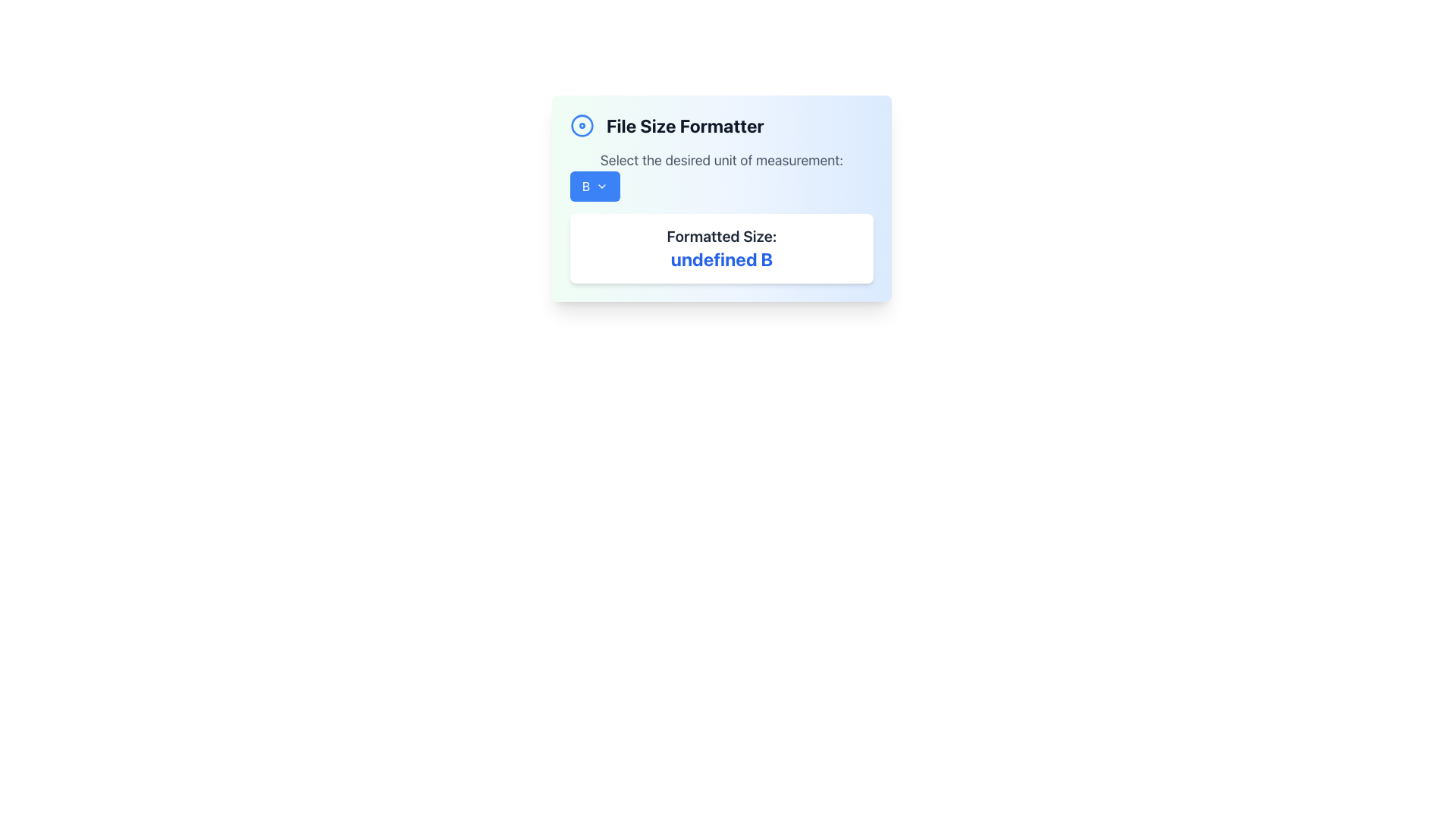 This screenshot has height=819, width=1456. I want to click on the outer larger SVG Circle icon located at the upper-left corner of the 'File Size Formatter' card, preceding the text title of the card, so click(582, 124).